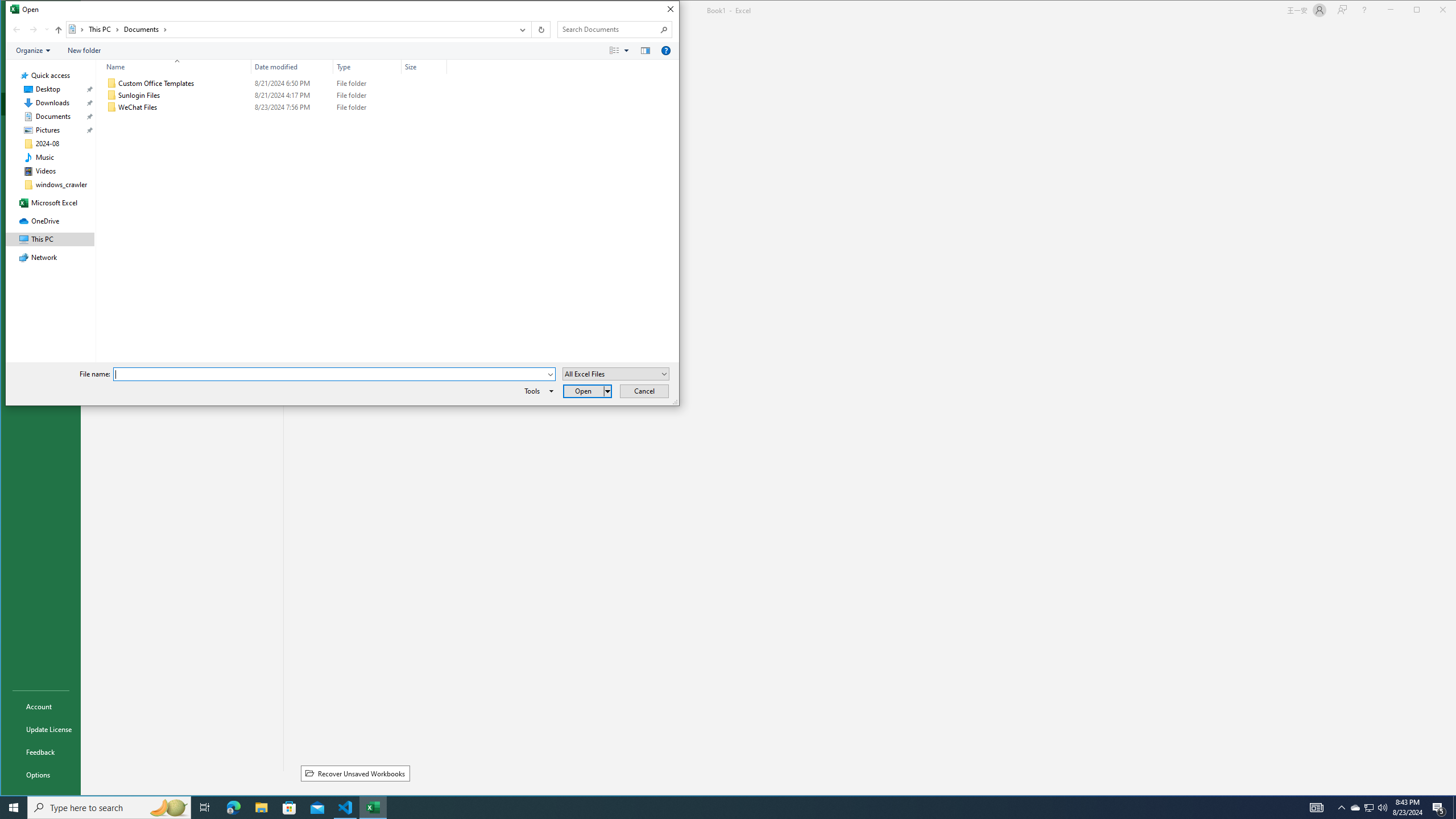 The width and height of the screenshot is (1456, 819). What do you see at coordinates (292, 66) in the screenshot?
I see `'Date modified'` at bounding box center [292, 66].